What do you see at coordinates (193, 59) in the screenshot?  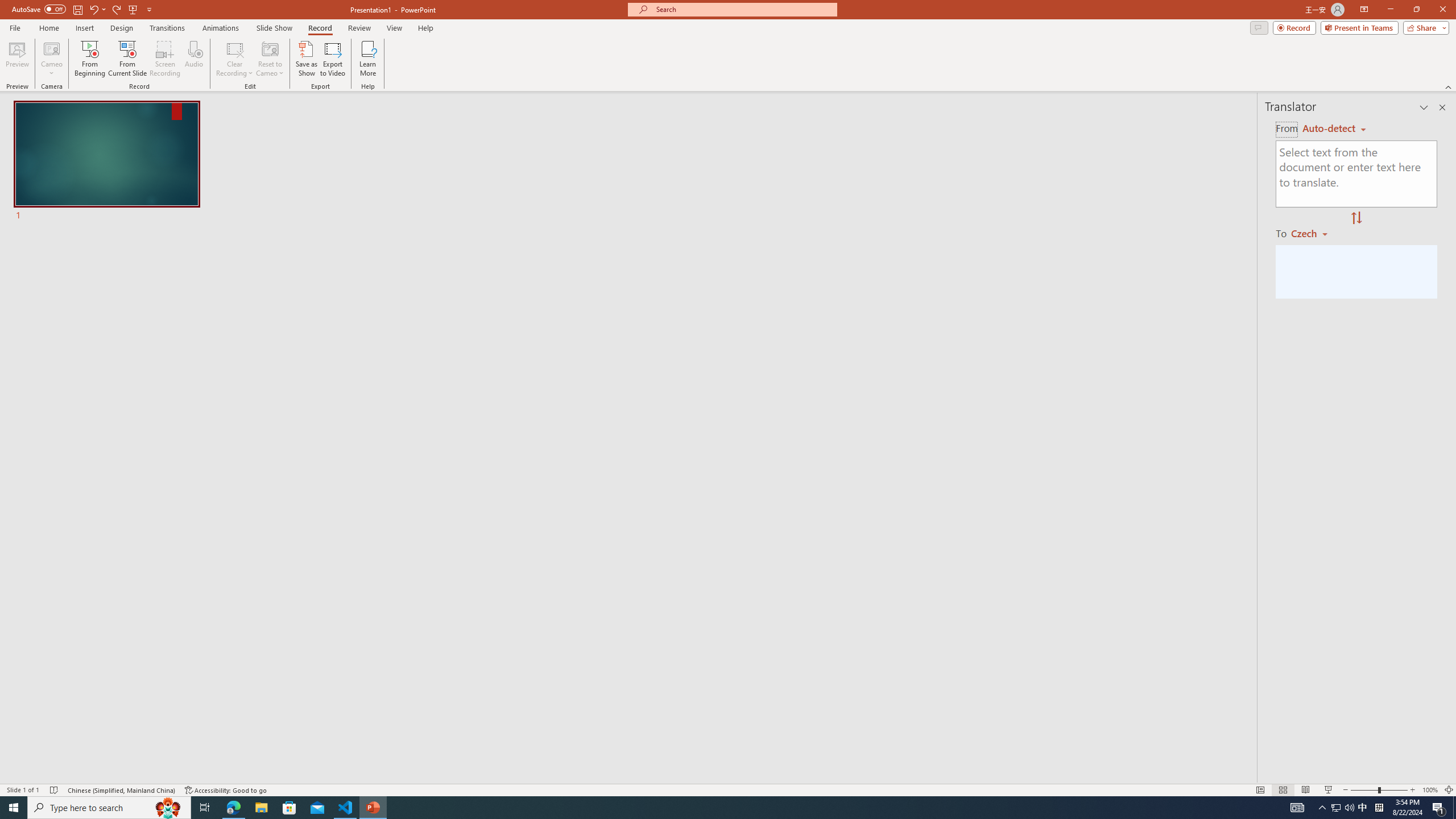 I see `'Audio'` at bounding box center [193, 59].